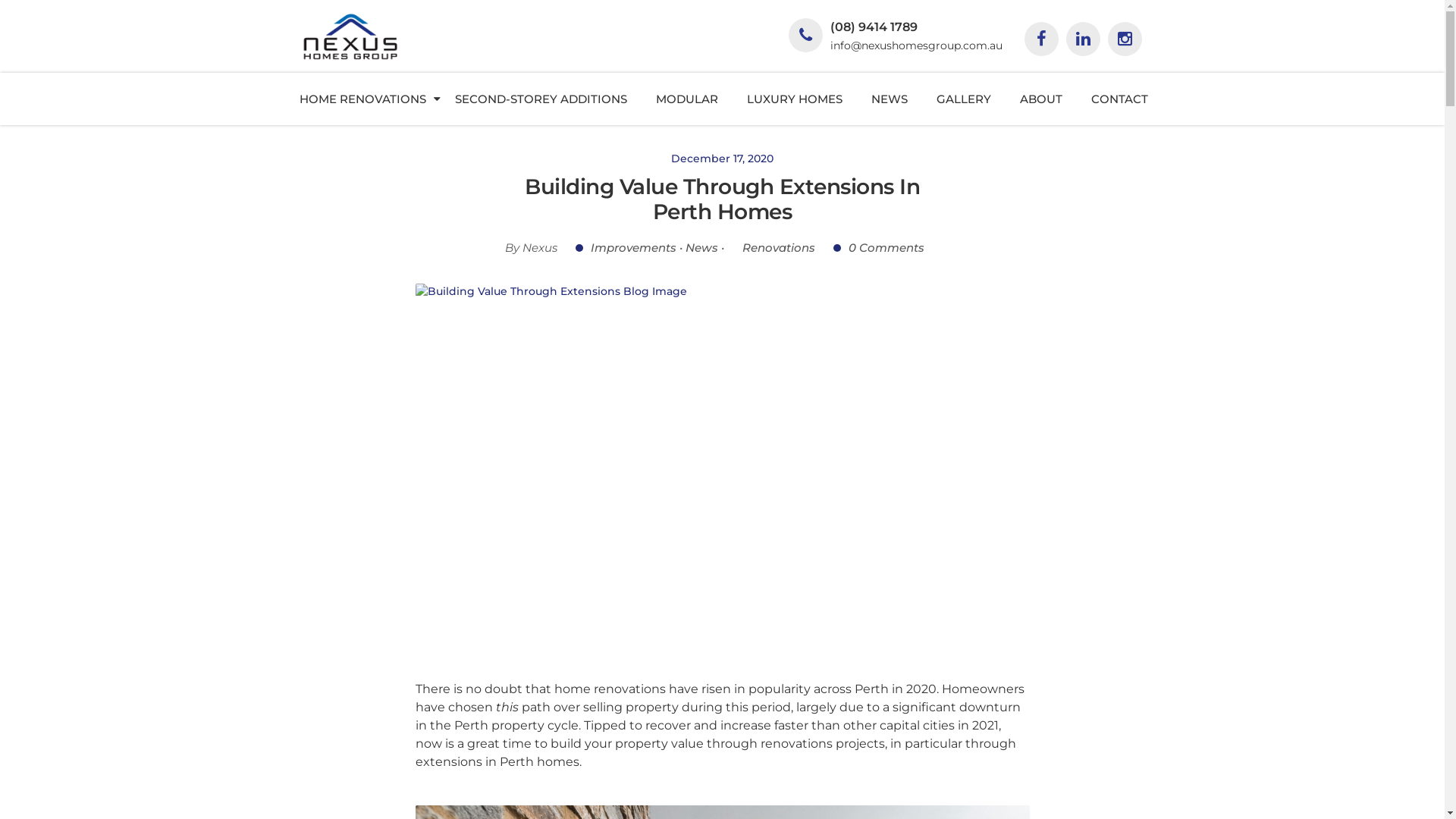  What do you see at coordinates (574, 246) in the screenshot?
I see `'Improvements'` at bounding box center [574, 246].